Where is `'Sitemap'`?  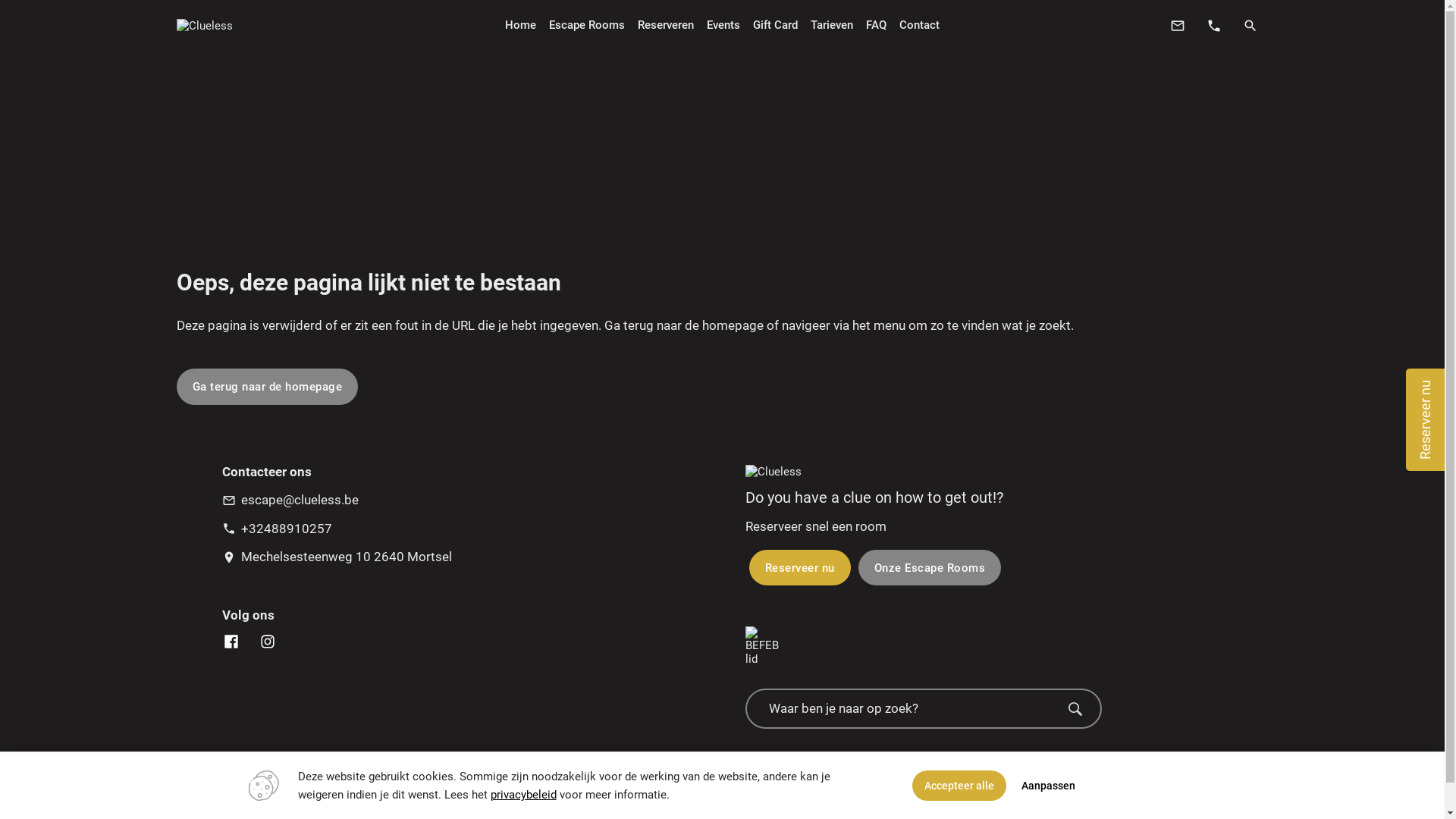
'Sitemap' is located at coordinates (739, 798).